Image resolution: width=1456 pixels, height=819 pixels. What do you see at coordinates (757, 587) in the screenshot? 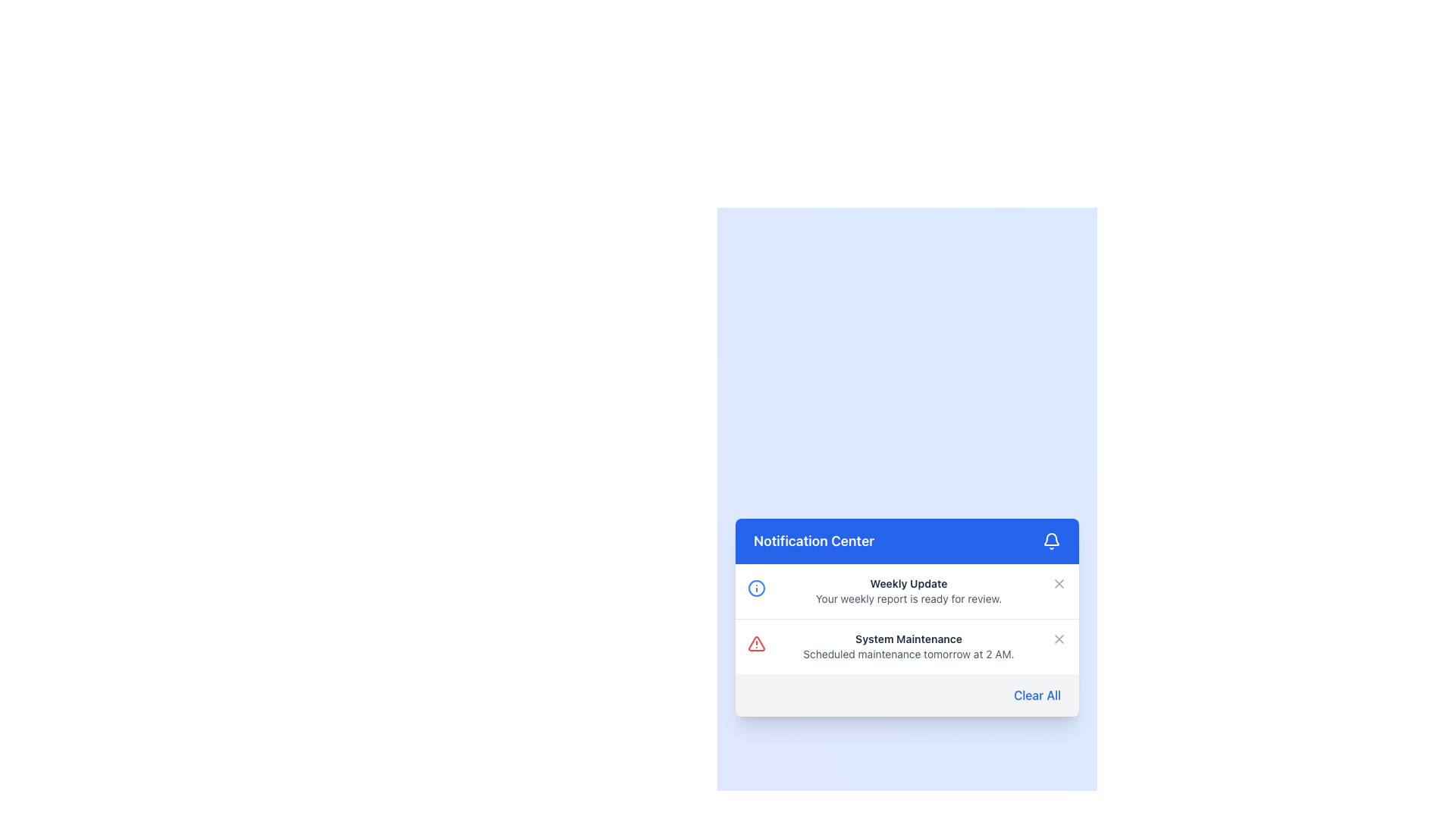
I see `the circular graphical indicator that represents an information icon within the Notification Center interface` at bounding box center [757, 587].